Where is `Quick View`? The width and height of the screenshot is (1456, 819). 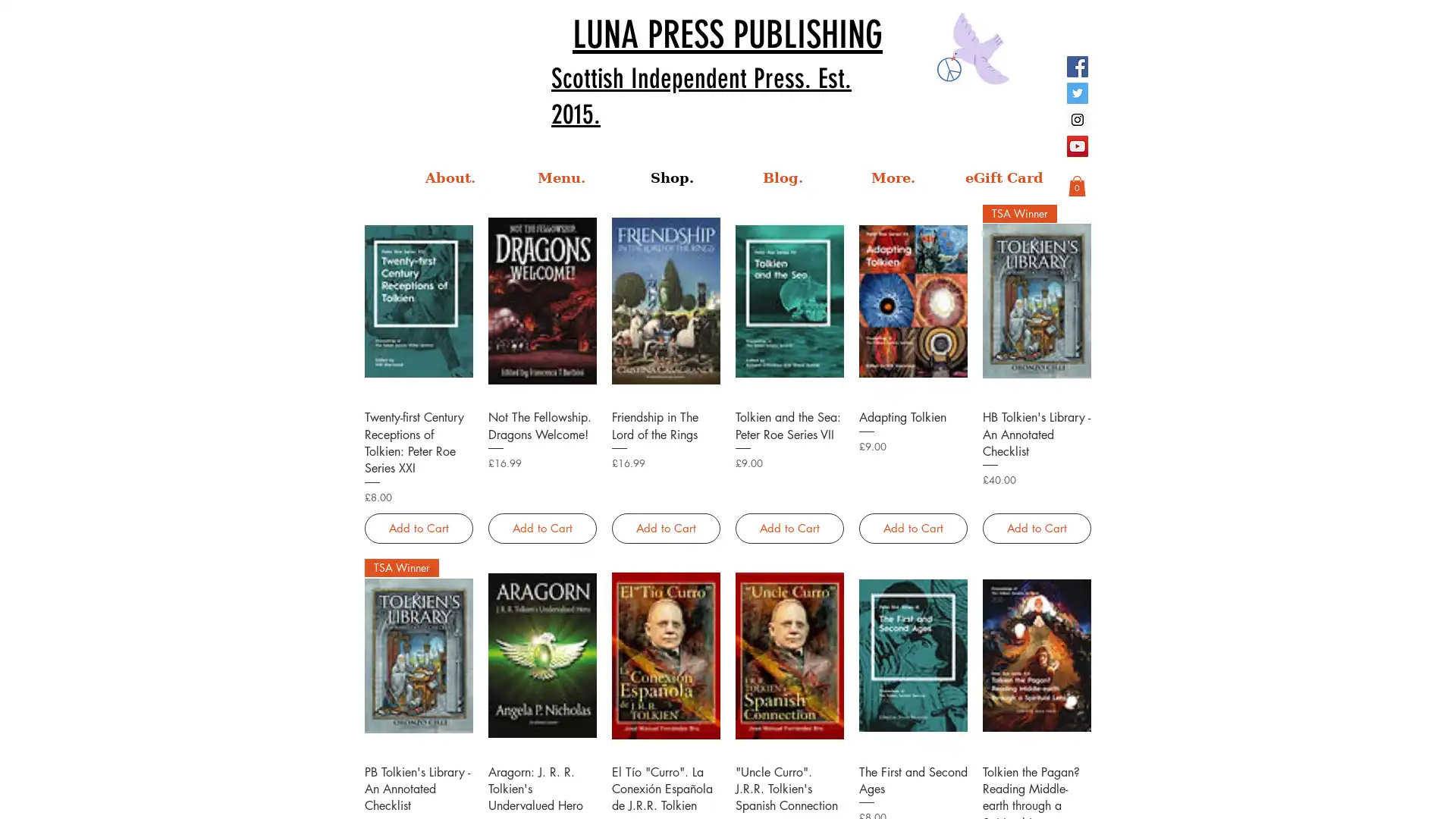 Quick View is located at coordinates (541, 416).